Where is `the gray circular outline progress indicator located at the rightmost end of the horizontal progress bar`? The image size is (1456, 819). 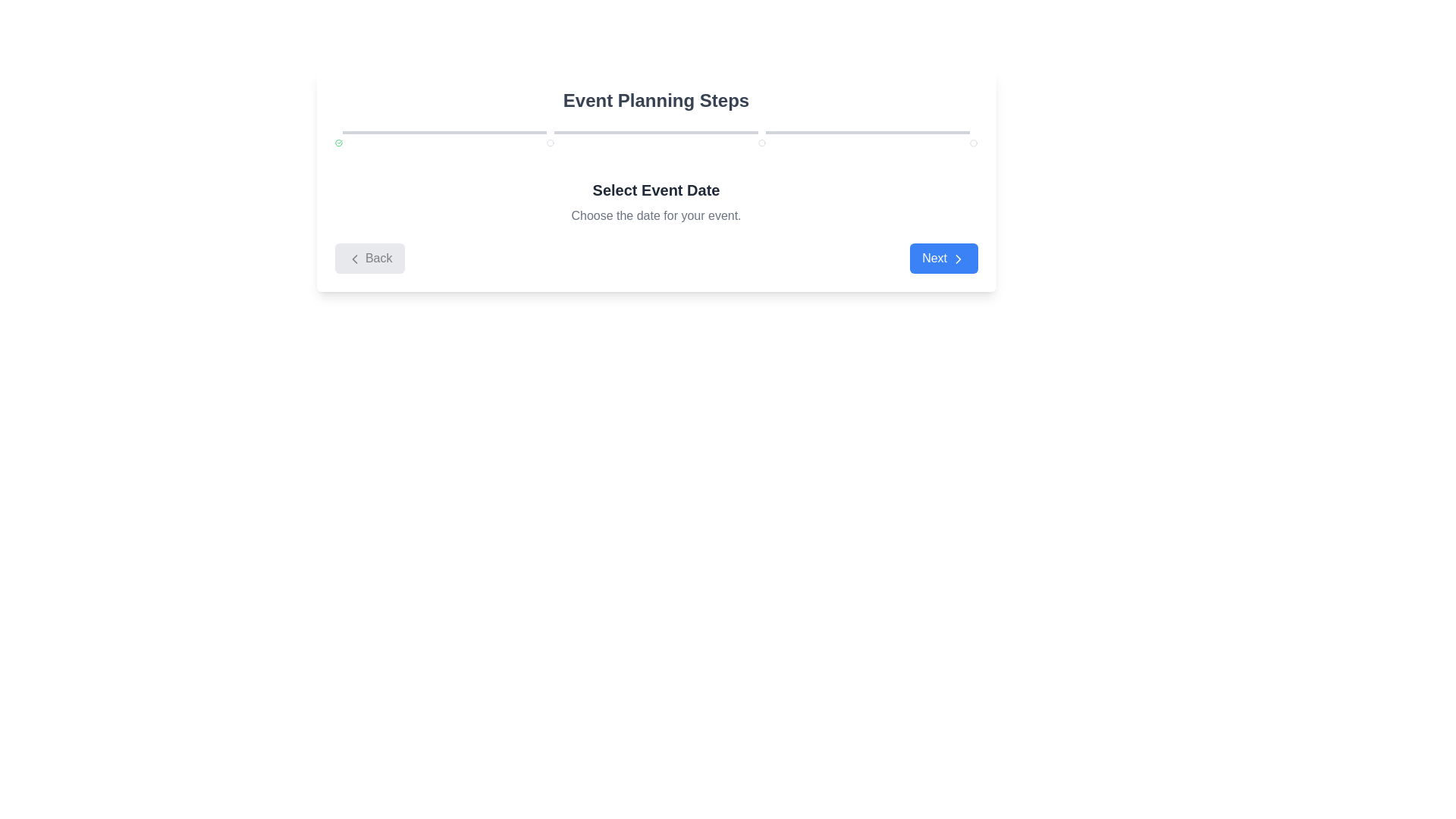
the gray circular outline progress indicator located at the rightmost end of the horizontal progress bar is located at coordinates (974, 143).